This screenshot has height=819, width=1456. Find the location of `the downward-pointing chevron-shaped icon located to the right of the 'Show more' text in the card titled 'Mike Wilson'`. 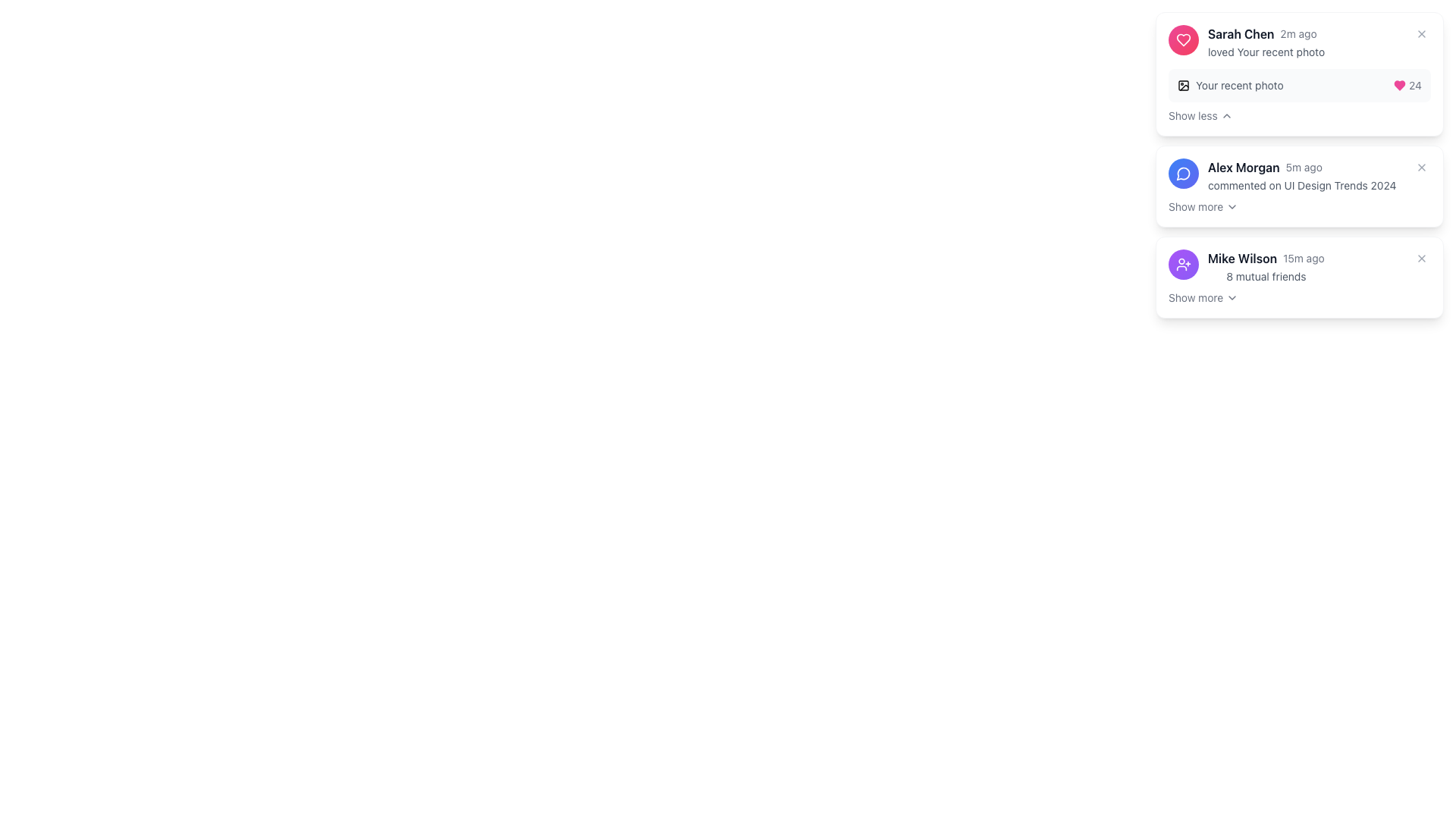

the downward-pointing chevron-shaped icon located to the right of the 'Show more' text in the card titled 'Mike Wilson' is located at coordinates (1232, 298).